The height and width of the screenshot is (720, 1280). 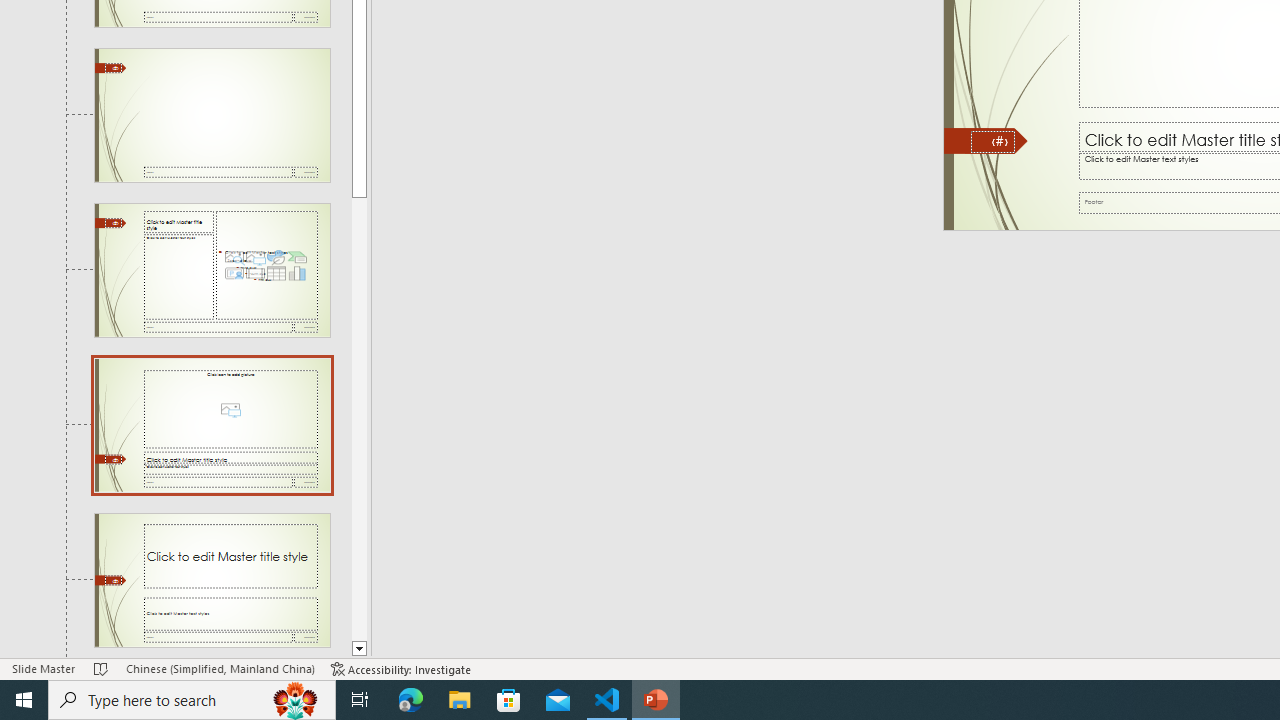 I want to click on 'Slide Number', so click(x=993, y=140).